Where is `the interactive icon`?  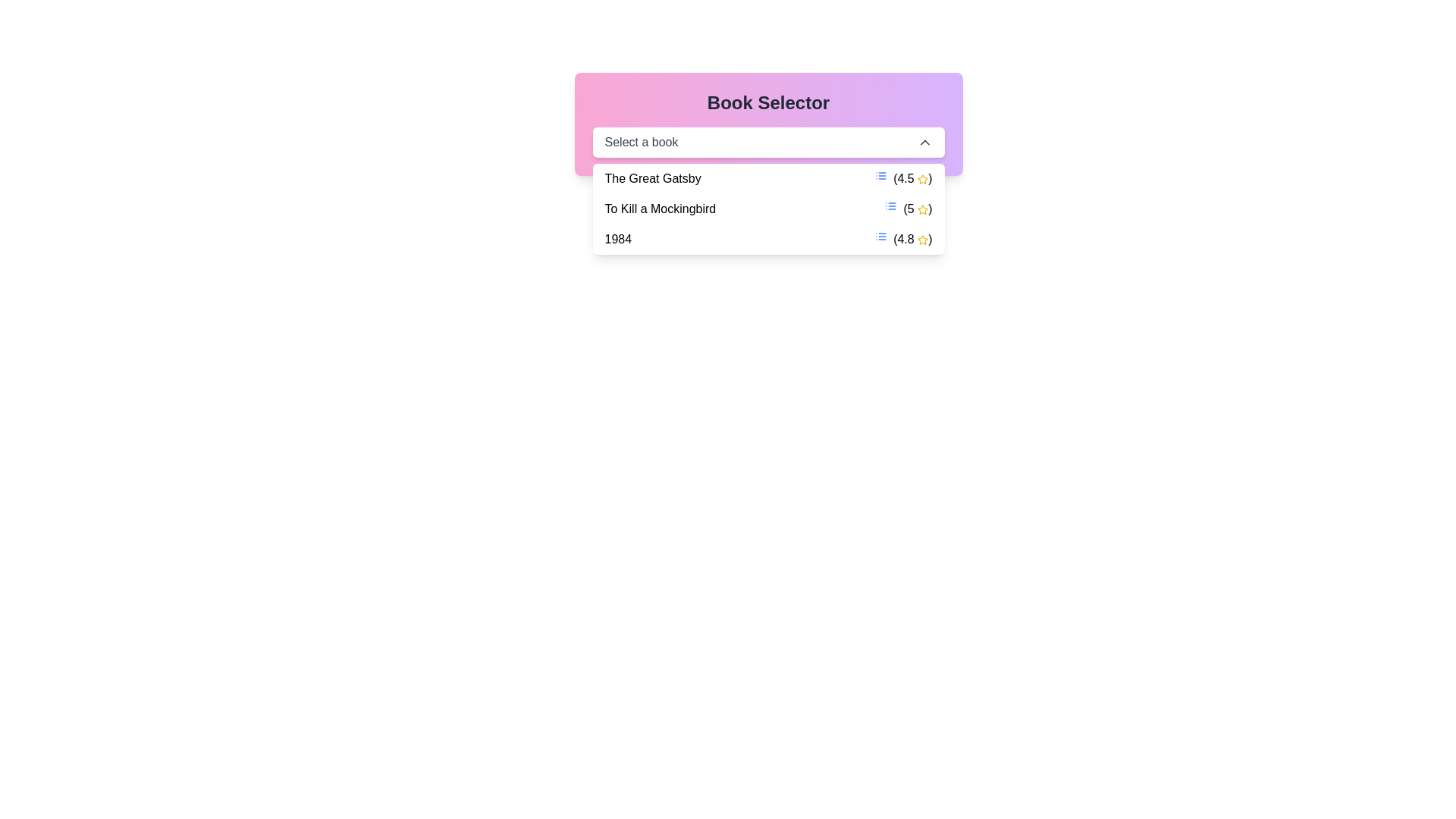 the interactive icon is located at coordinates (881, 174).